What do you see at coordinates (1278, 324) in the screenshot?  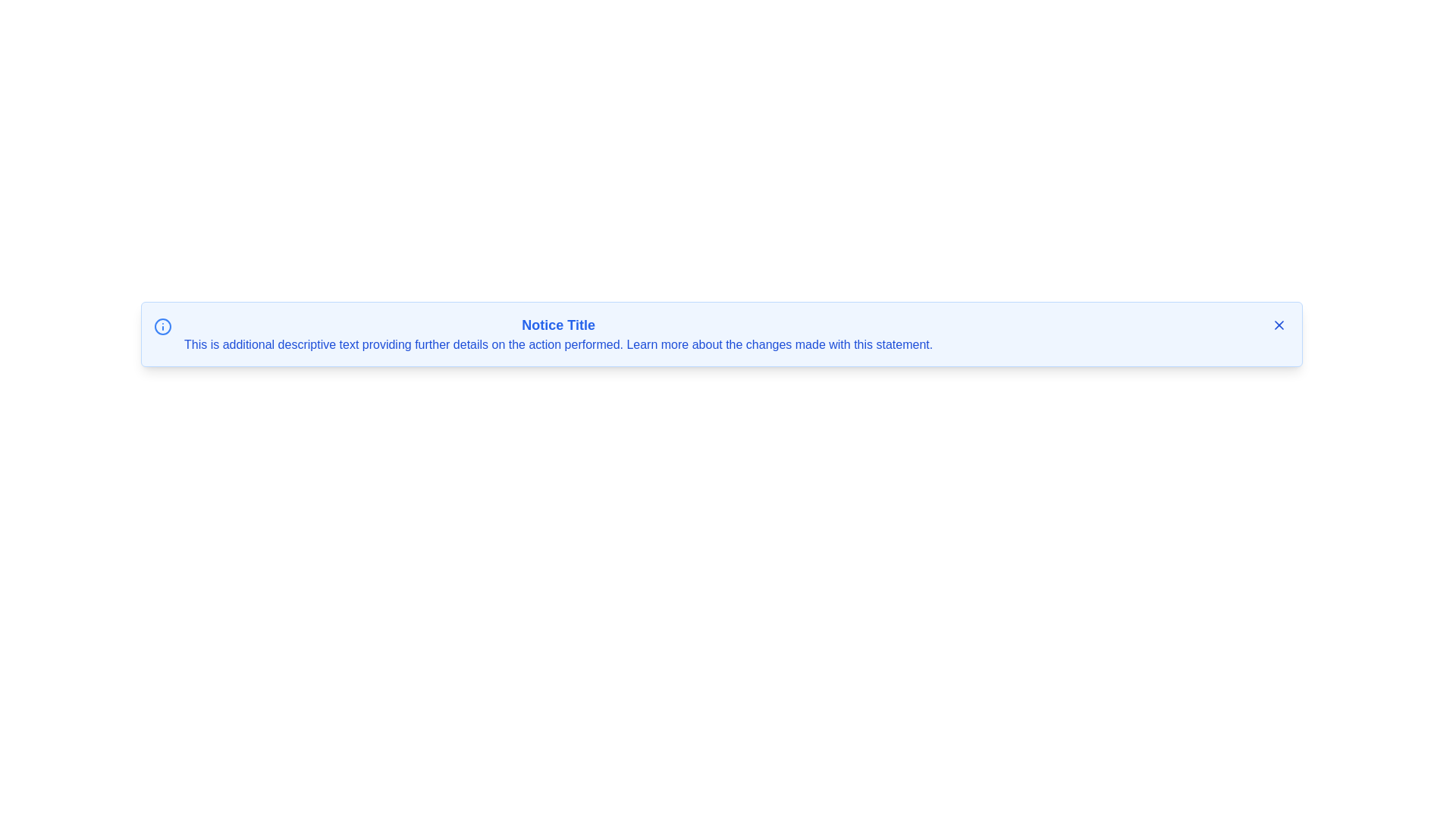 I see `close button to hide the notification` at bounding box center [1278, 324].